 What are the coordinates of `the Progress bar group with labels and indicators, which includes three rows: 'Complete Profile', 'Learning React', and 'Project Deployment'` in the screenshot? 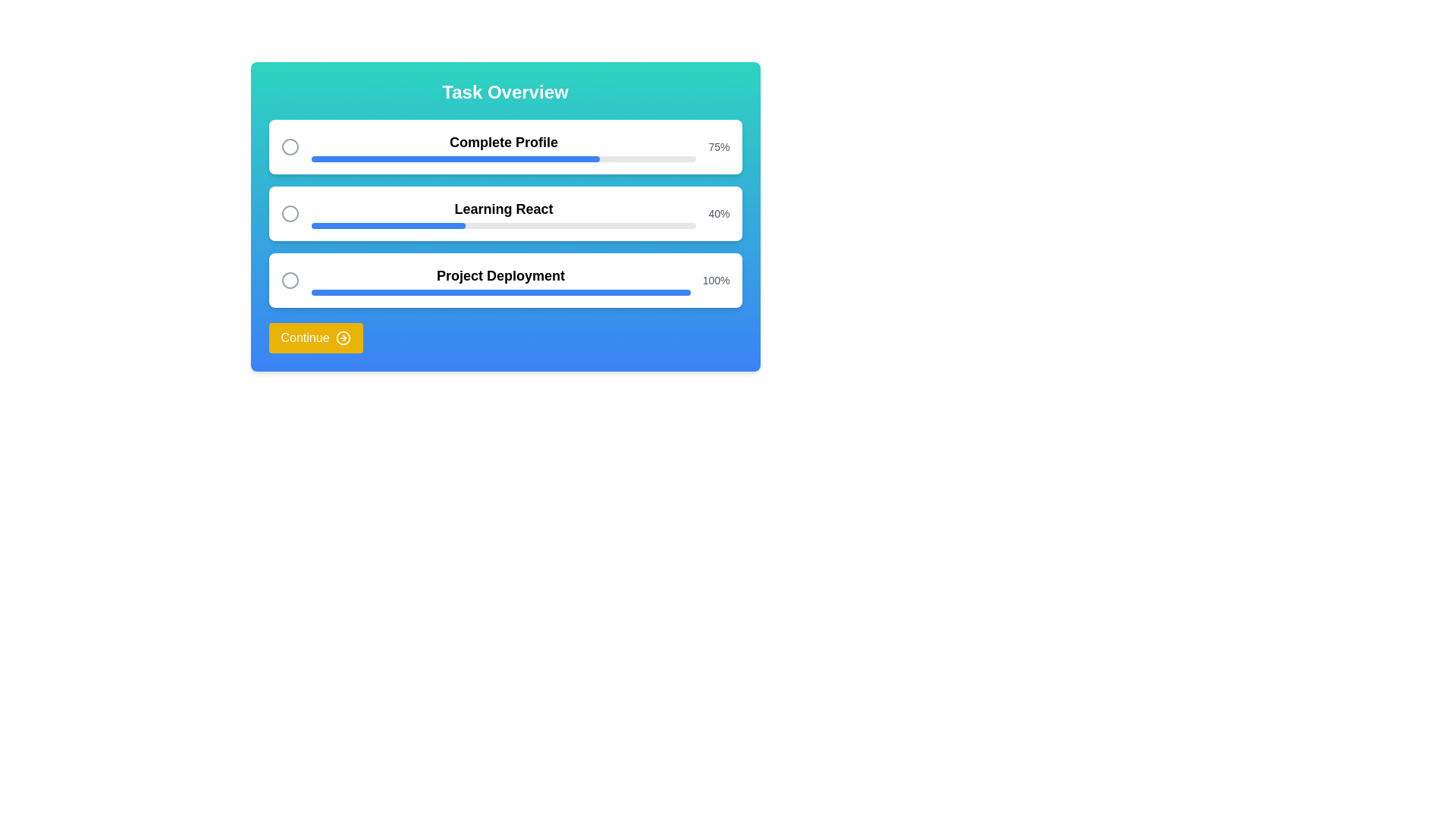 It's located at (505, 213).